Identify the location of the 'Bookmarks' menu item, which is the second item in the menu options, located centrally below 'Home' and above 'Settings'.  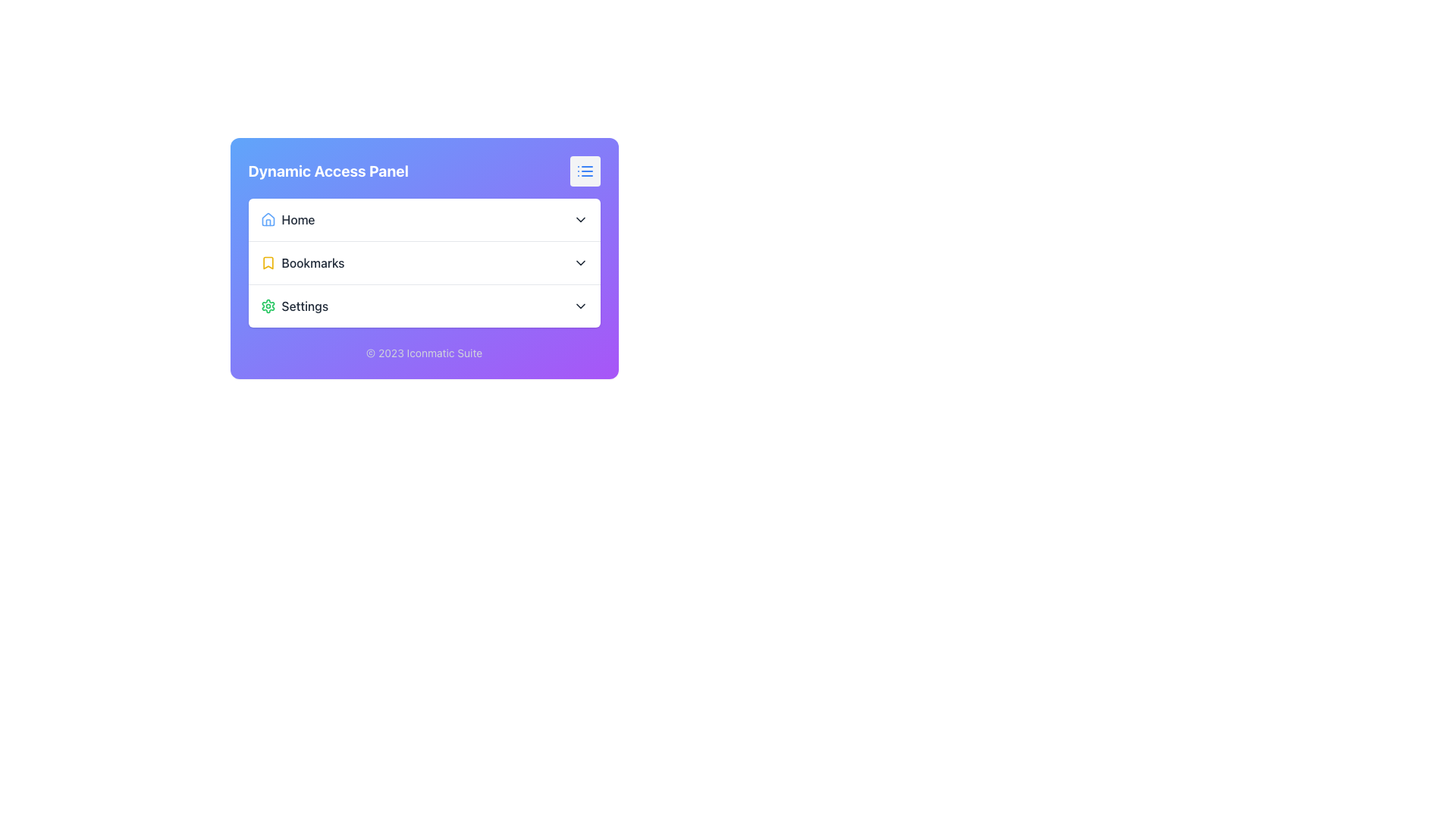
(424, 262).